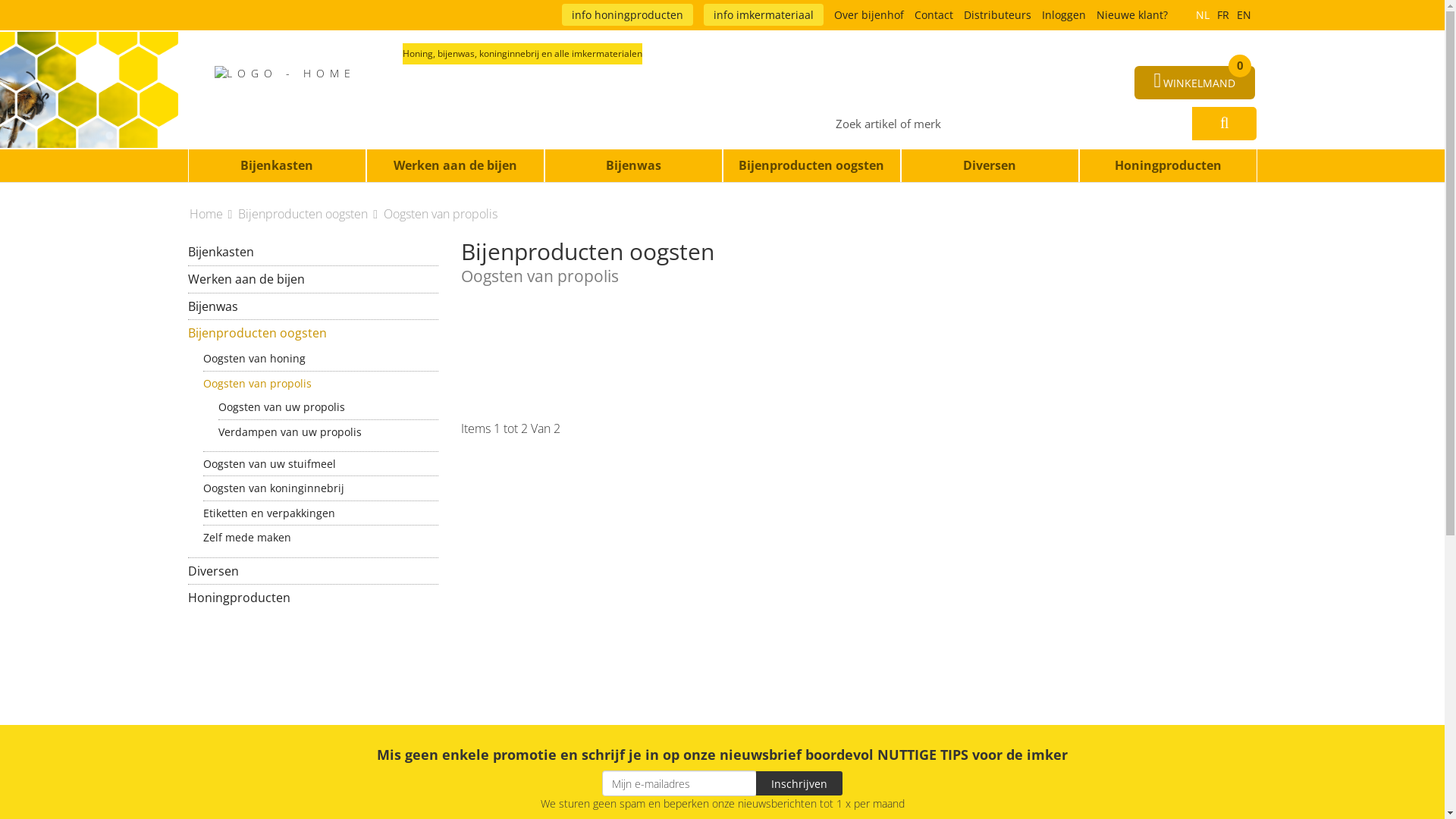 Image resolution: width=1456 pixels, height=819 pixels. What do you see at coordinates (869, 14) in the screenshot?
I see `'Over bijenhof'` at bounding box center [869, 14].